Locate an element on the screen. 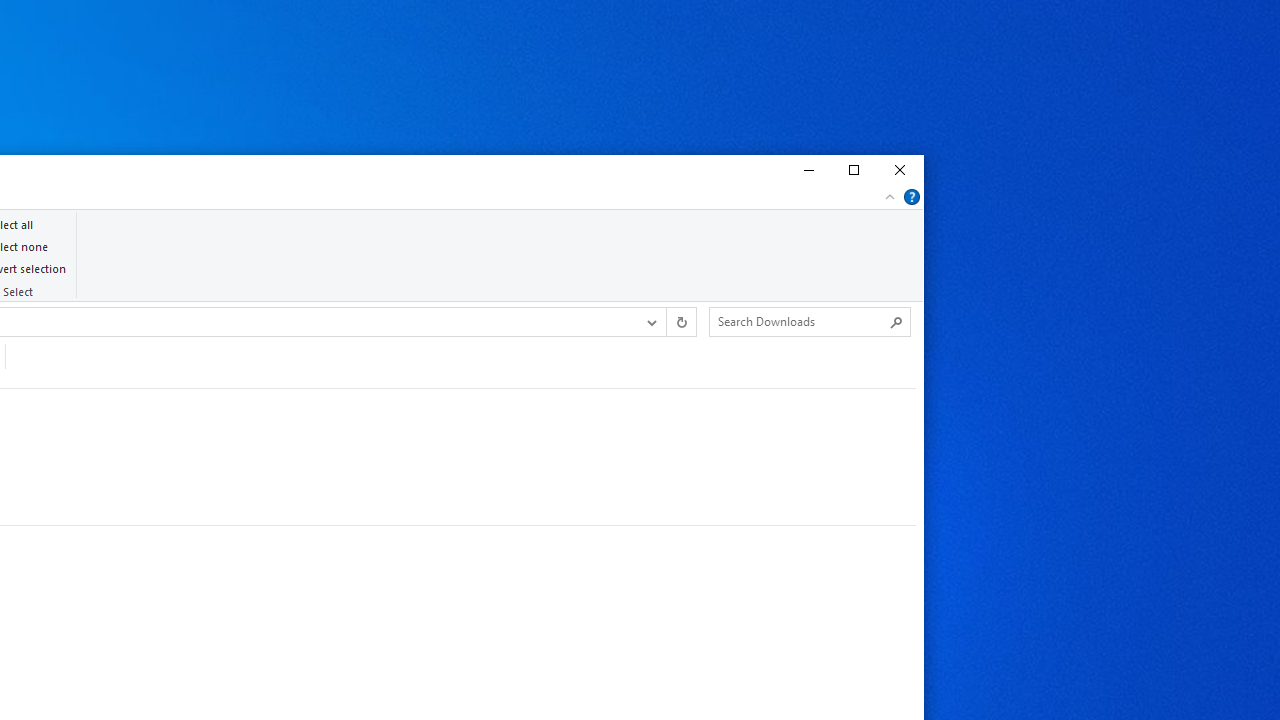 This screenshot has width=1280, height=720. 'Maximize' is located at coordinates (853, 170).